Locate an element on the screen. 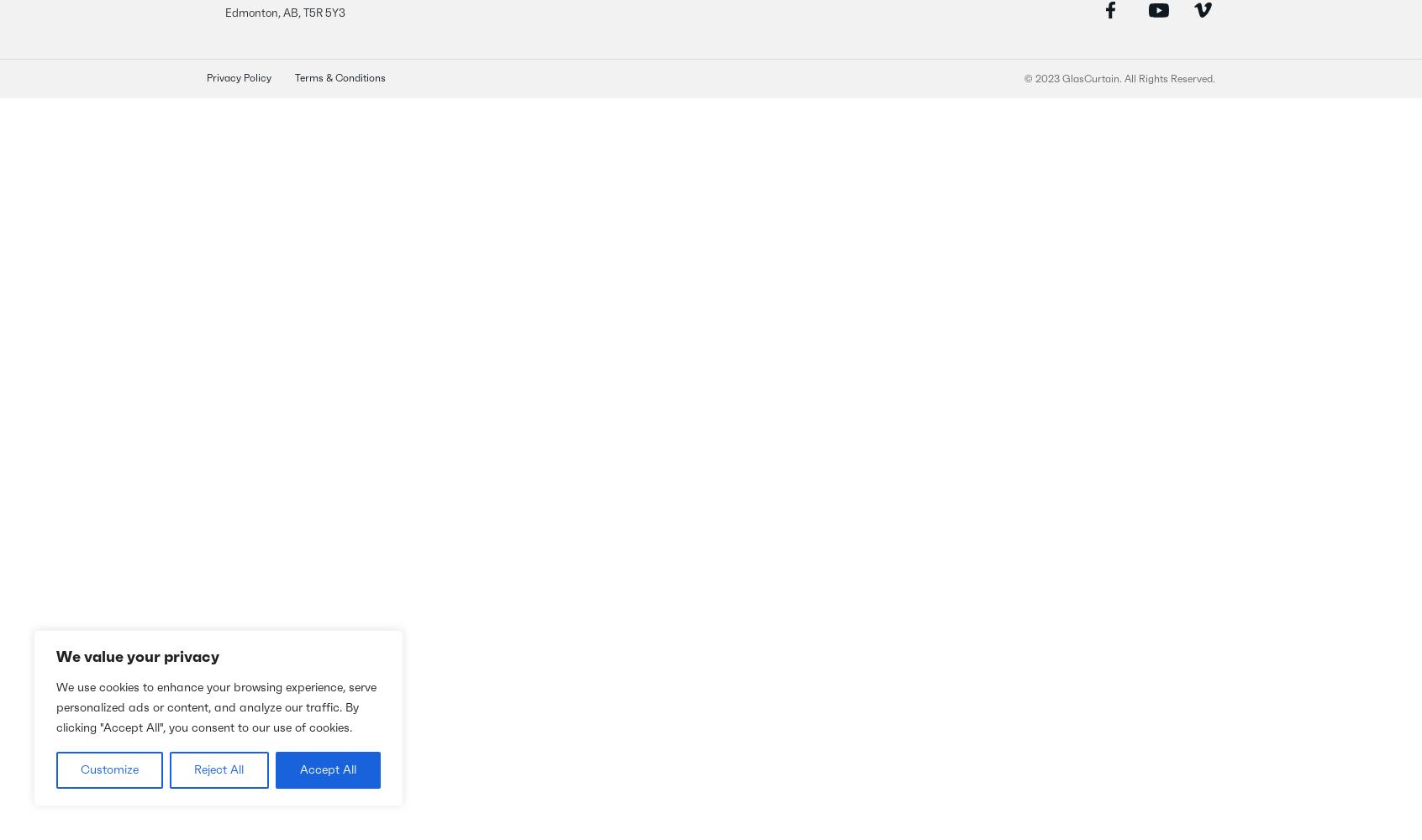 The image size is (1422, 840). 'Accept All' is located at coordinates (327, 770).